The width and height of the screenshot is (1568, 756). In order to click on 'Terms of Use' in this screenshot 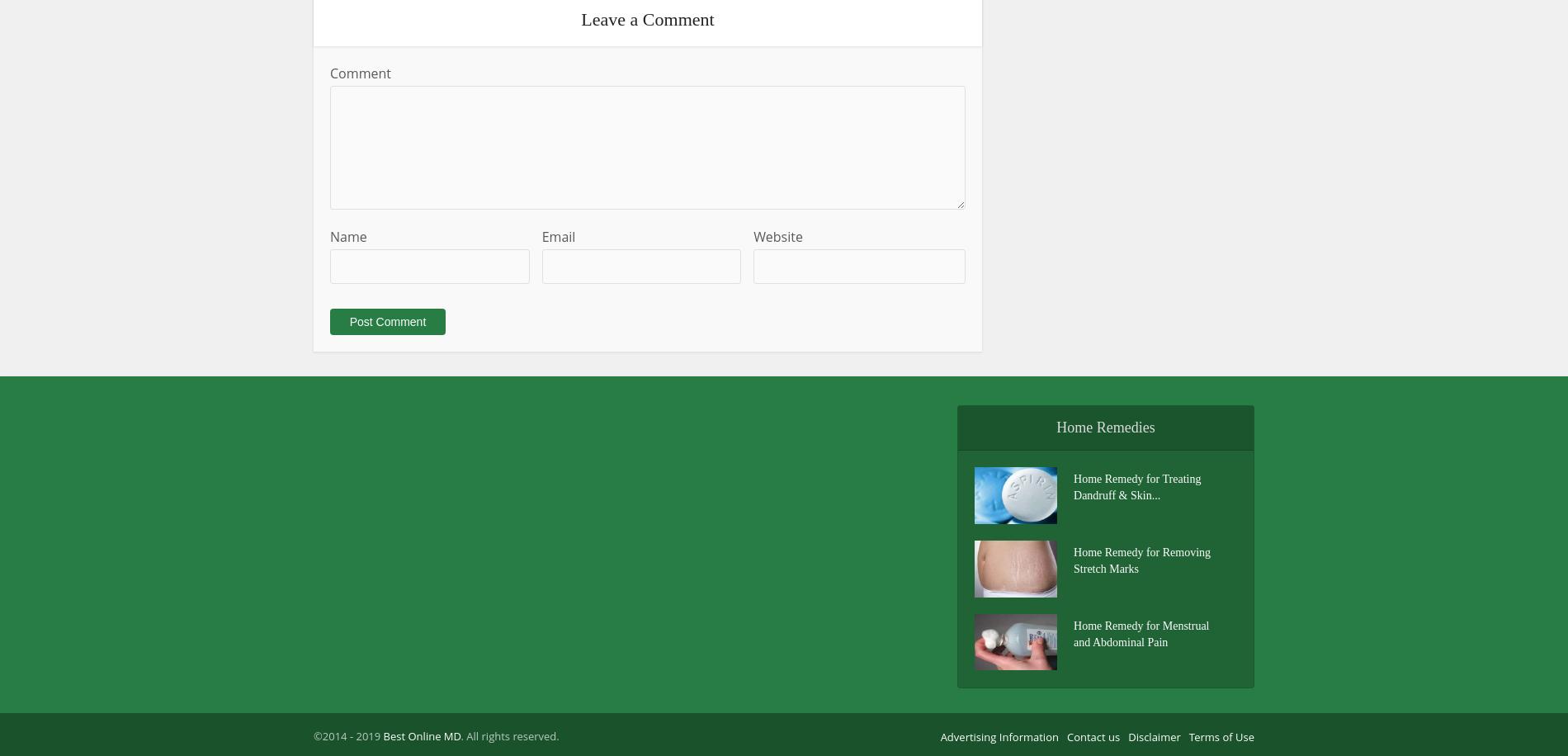, I will do `click(1221, 736)`.